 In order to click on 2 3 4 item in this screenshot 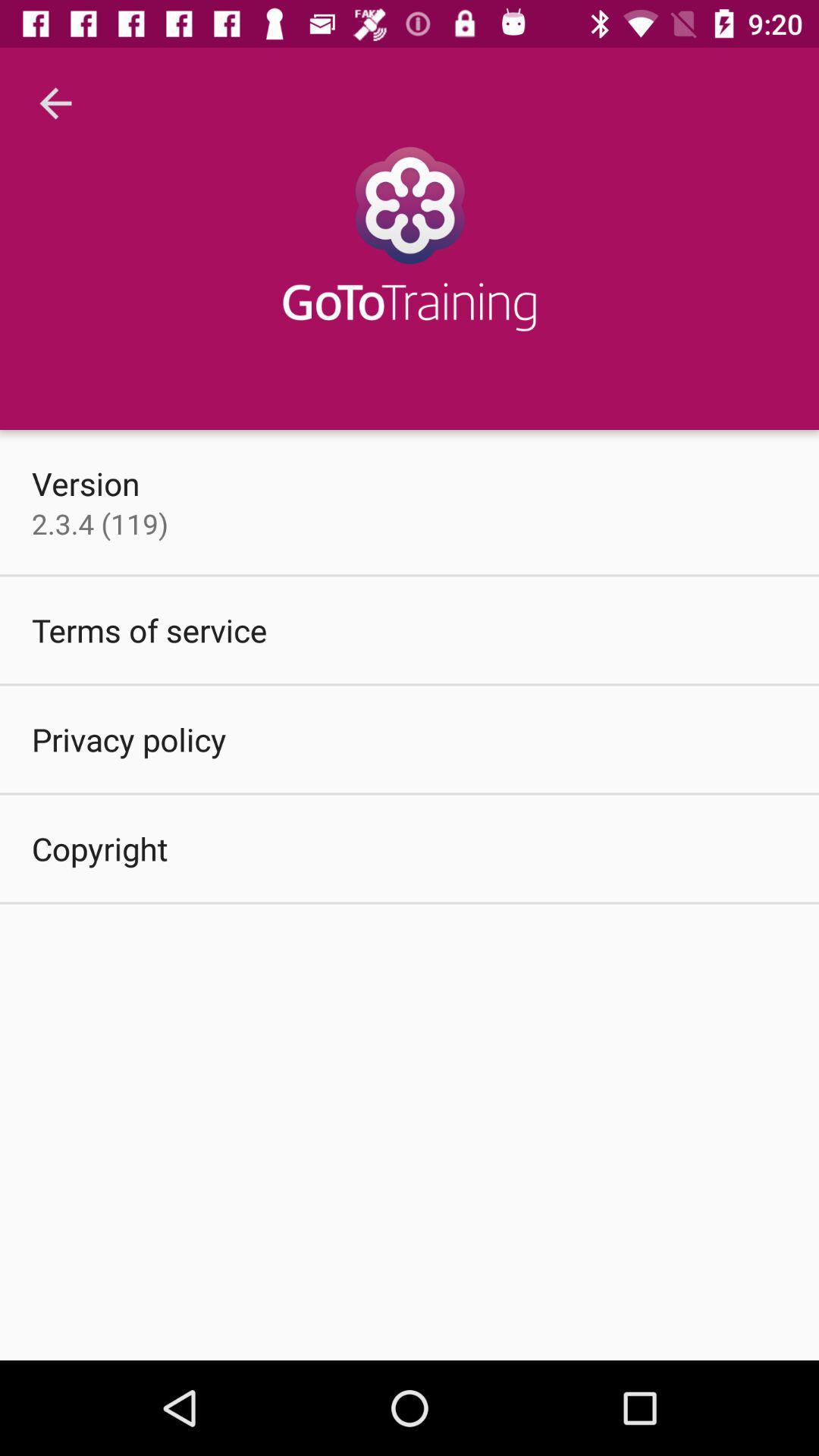, I will do `click(99, 523)`.